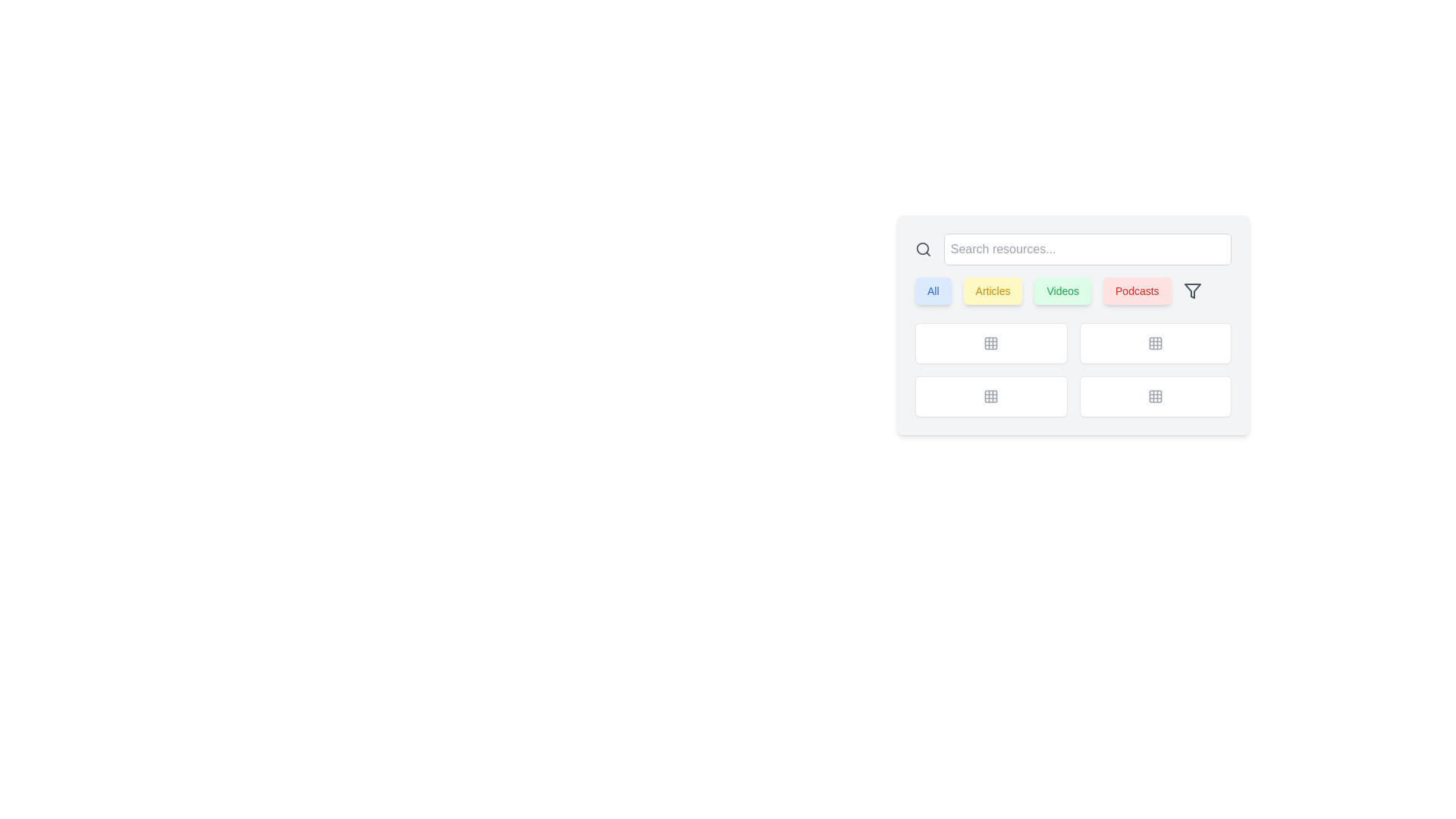 This screenshot has width=1456, height=819. Describe the element at coordinates (991, 396) in the screenshot. I see `the third Iconic button in the grid layout` at that location.